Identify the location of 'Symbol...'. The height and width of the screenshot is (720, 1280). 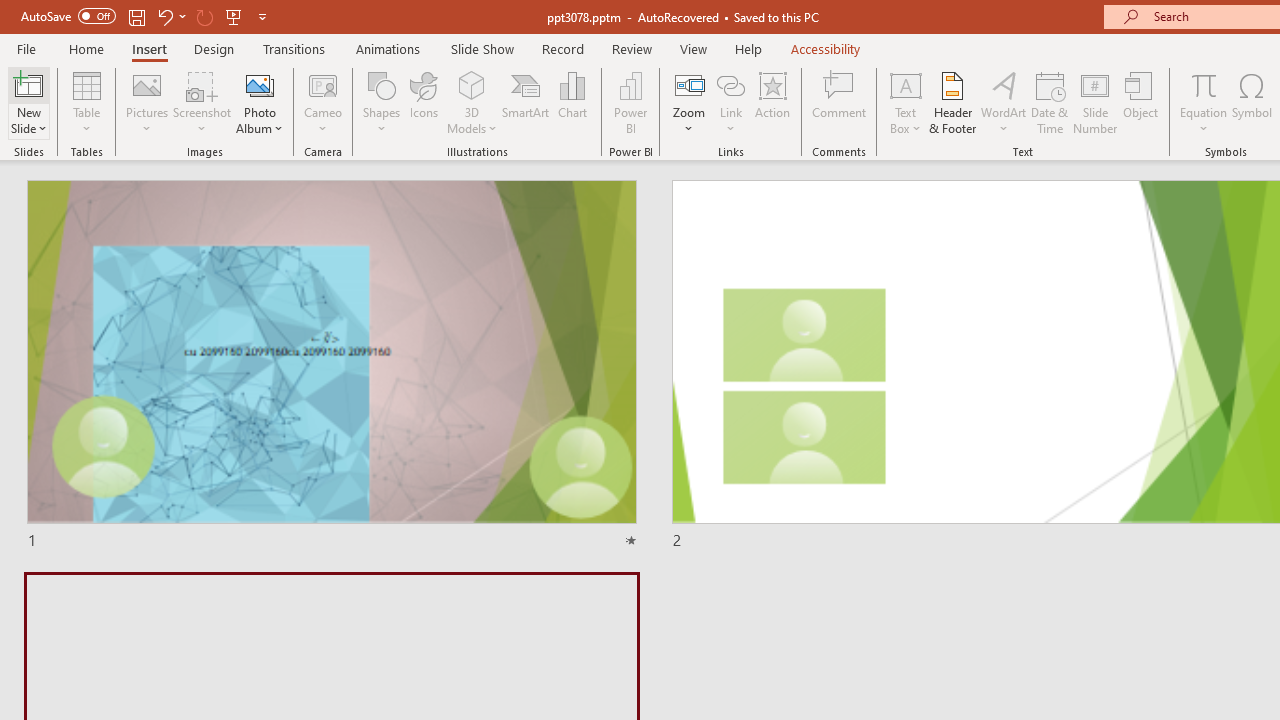
(1251, 103).